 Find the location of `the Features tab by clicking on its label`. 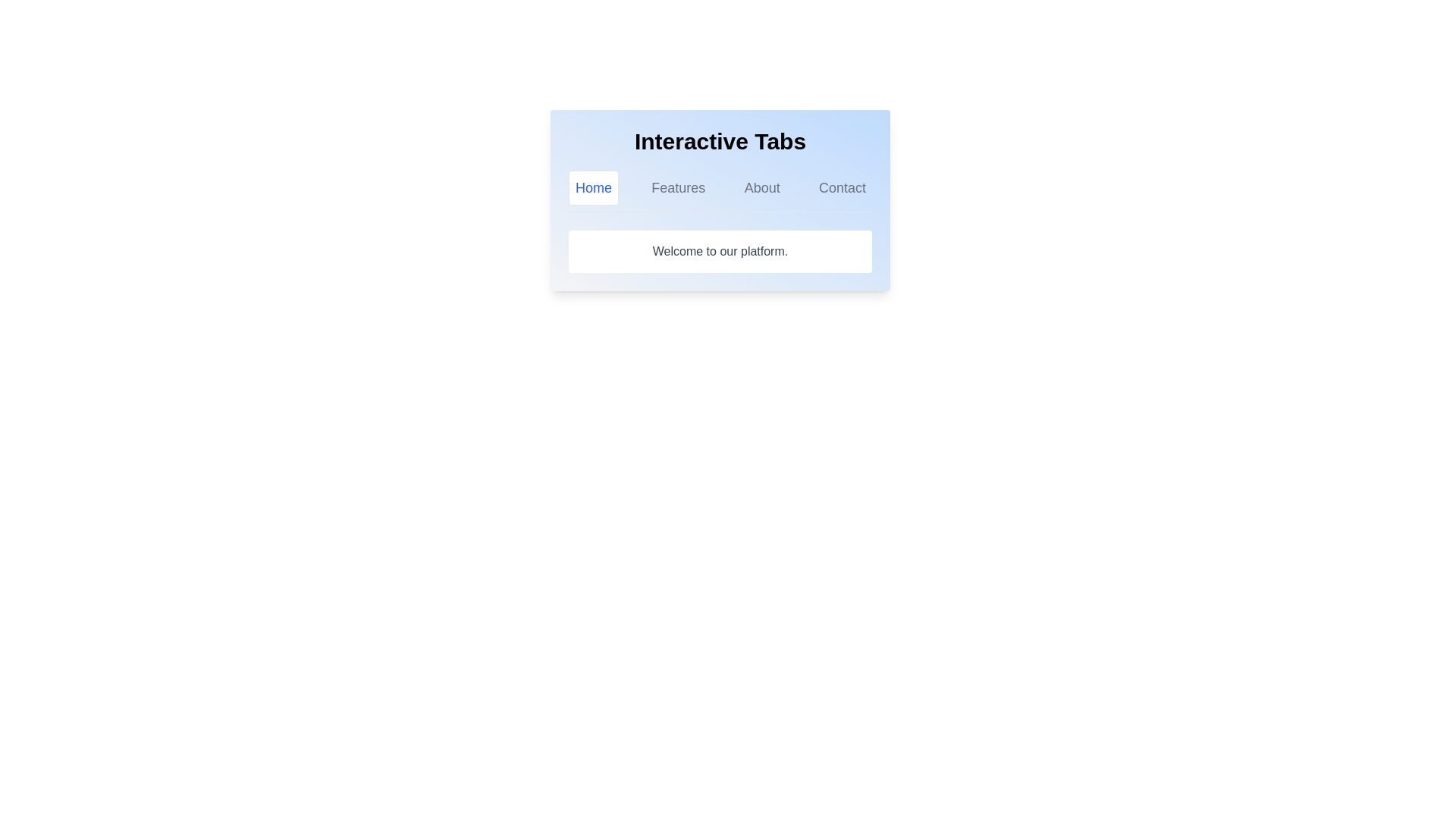

the Features tab by clicking on its label is located at coordinates (677, 187).